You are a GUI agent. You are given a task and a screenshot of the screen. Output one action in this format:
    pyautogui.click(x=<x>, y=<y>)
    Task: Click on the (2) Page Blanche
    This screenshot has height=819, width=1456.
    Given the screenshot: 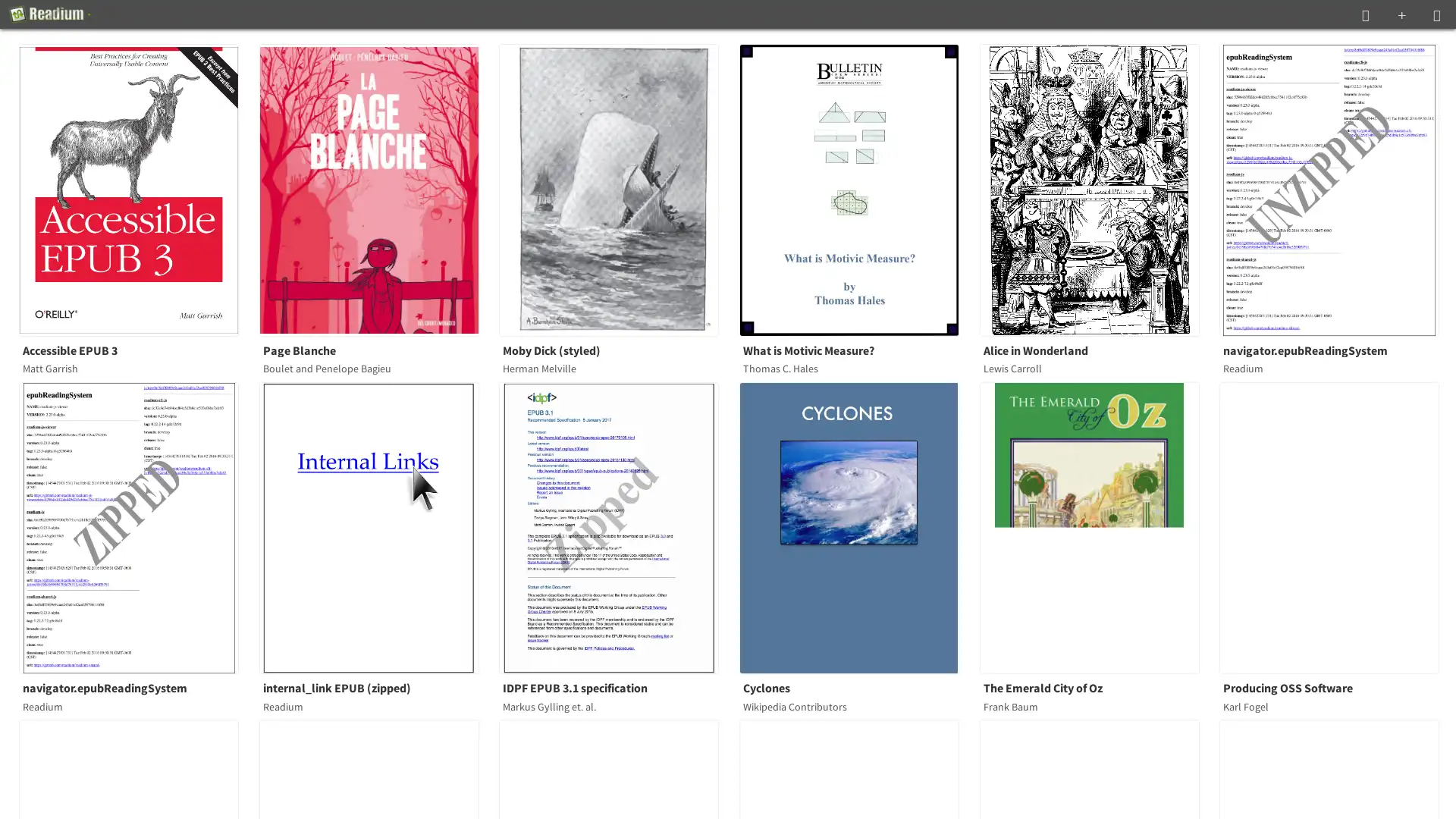 What is the action you would take?
    pyautogui.click(x=378, y=189)
    